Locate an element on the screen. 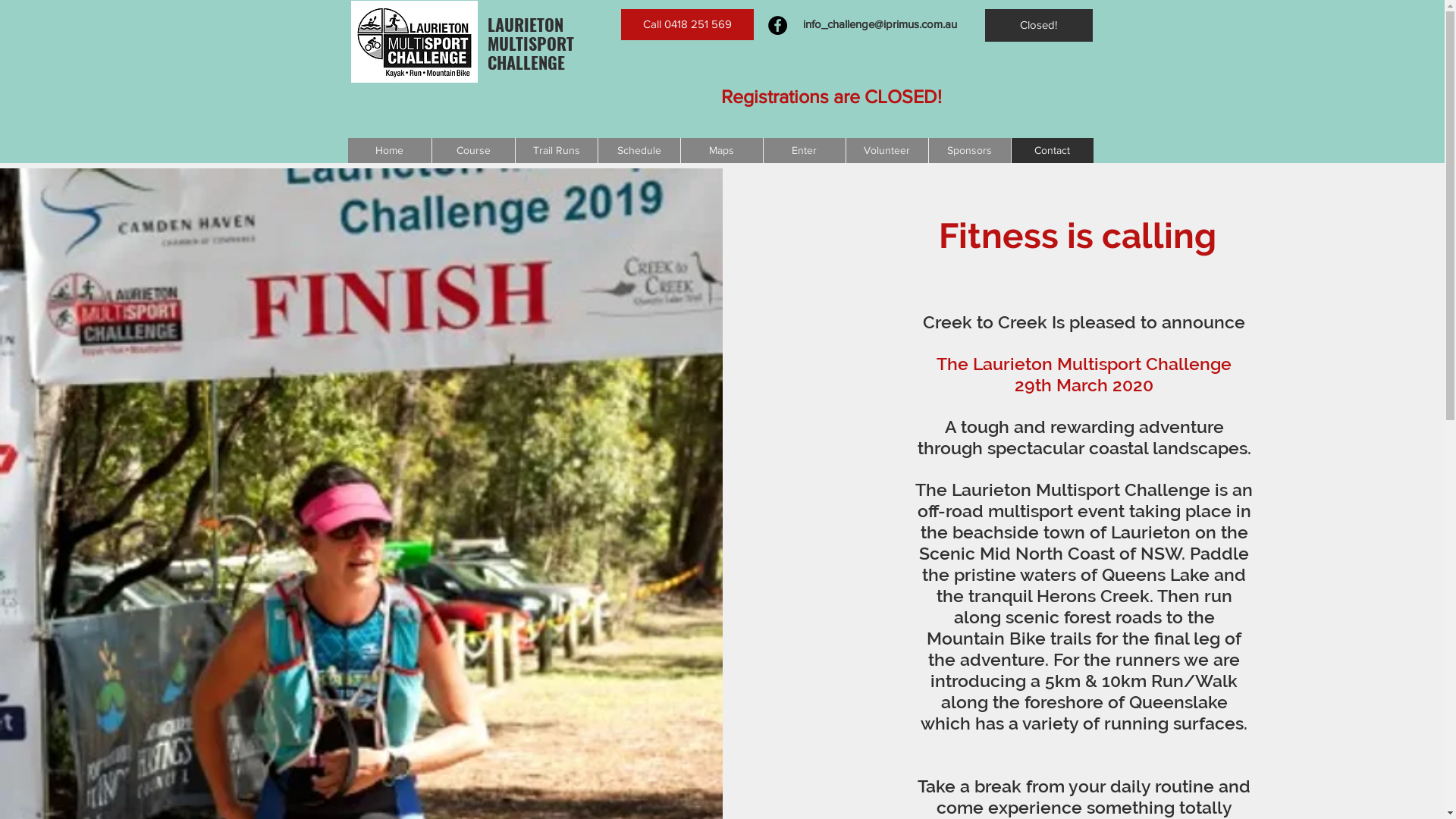  'Call 0418 251 569' is located at coordinates (686, 24).